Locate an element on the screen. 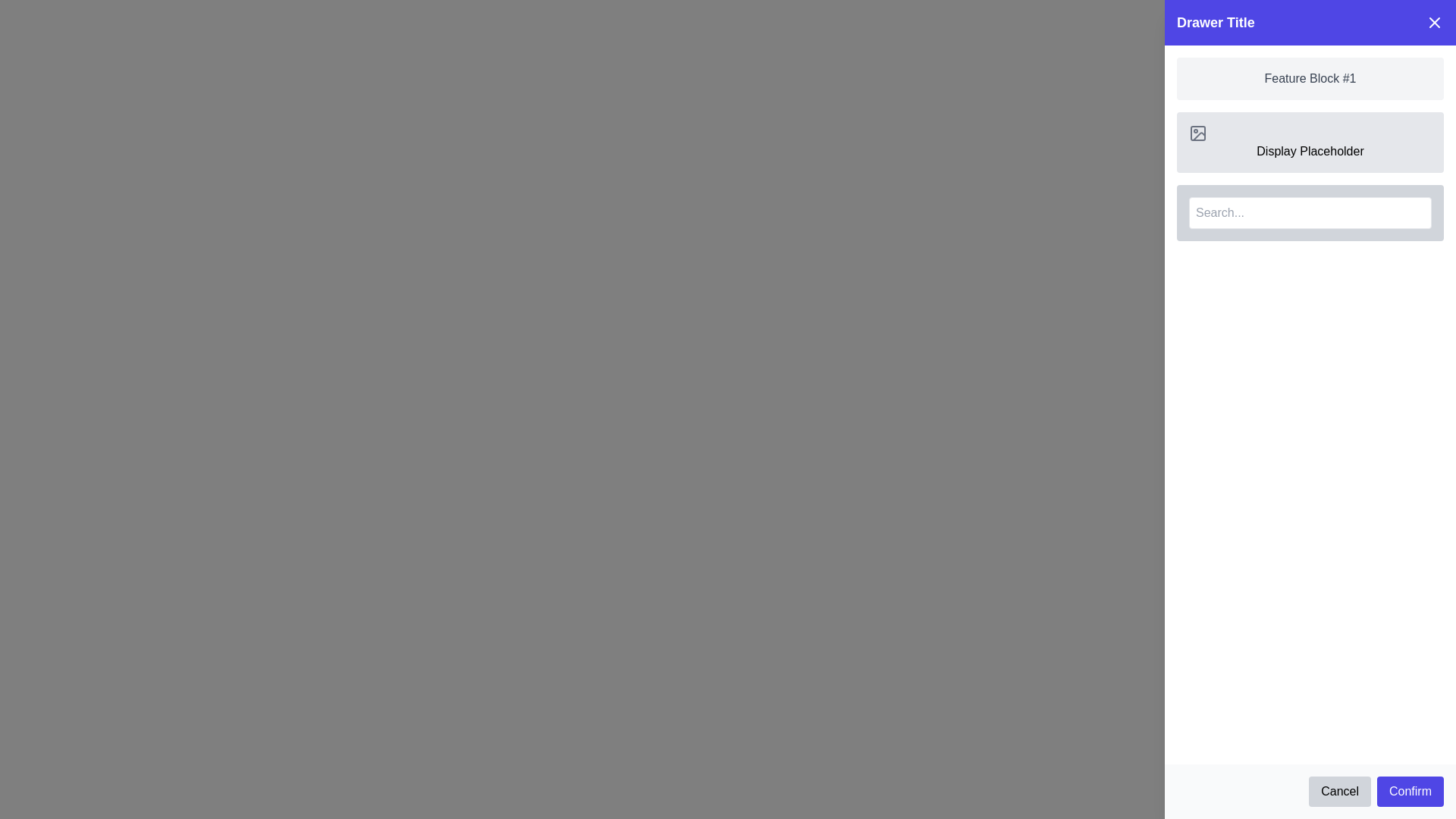 The image size is (1456, 819). the 'Drawer Title' text label heading, which is styled in bold with a white font color on a purple background, to focus on it is located at coordinates (1216, 23).